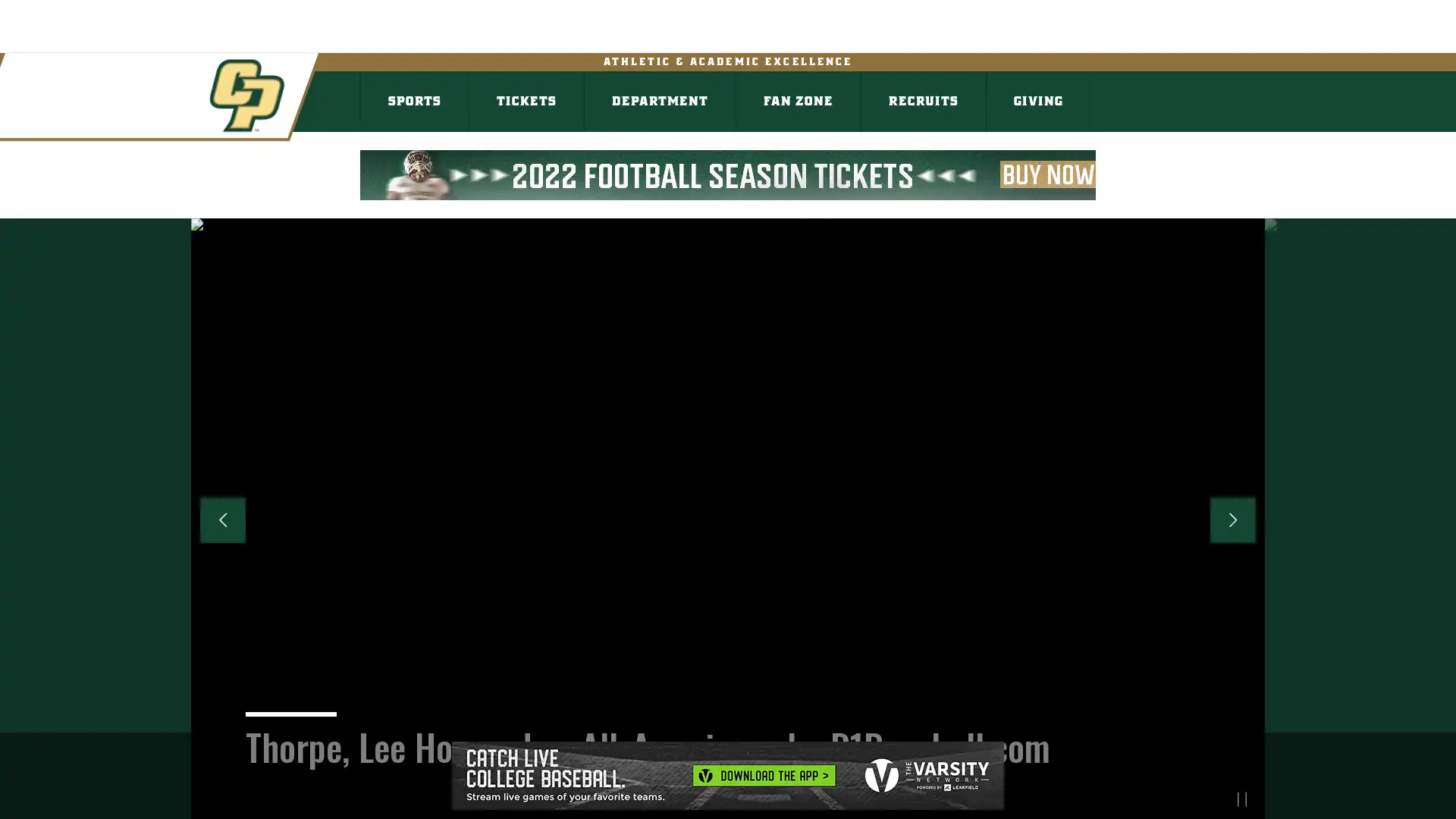 This screenshot has width=1456, height=819. Describe the element at coordinates (795, 798) in the screenshot. I see `Navigate to slide 6` at that location.